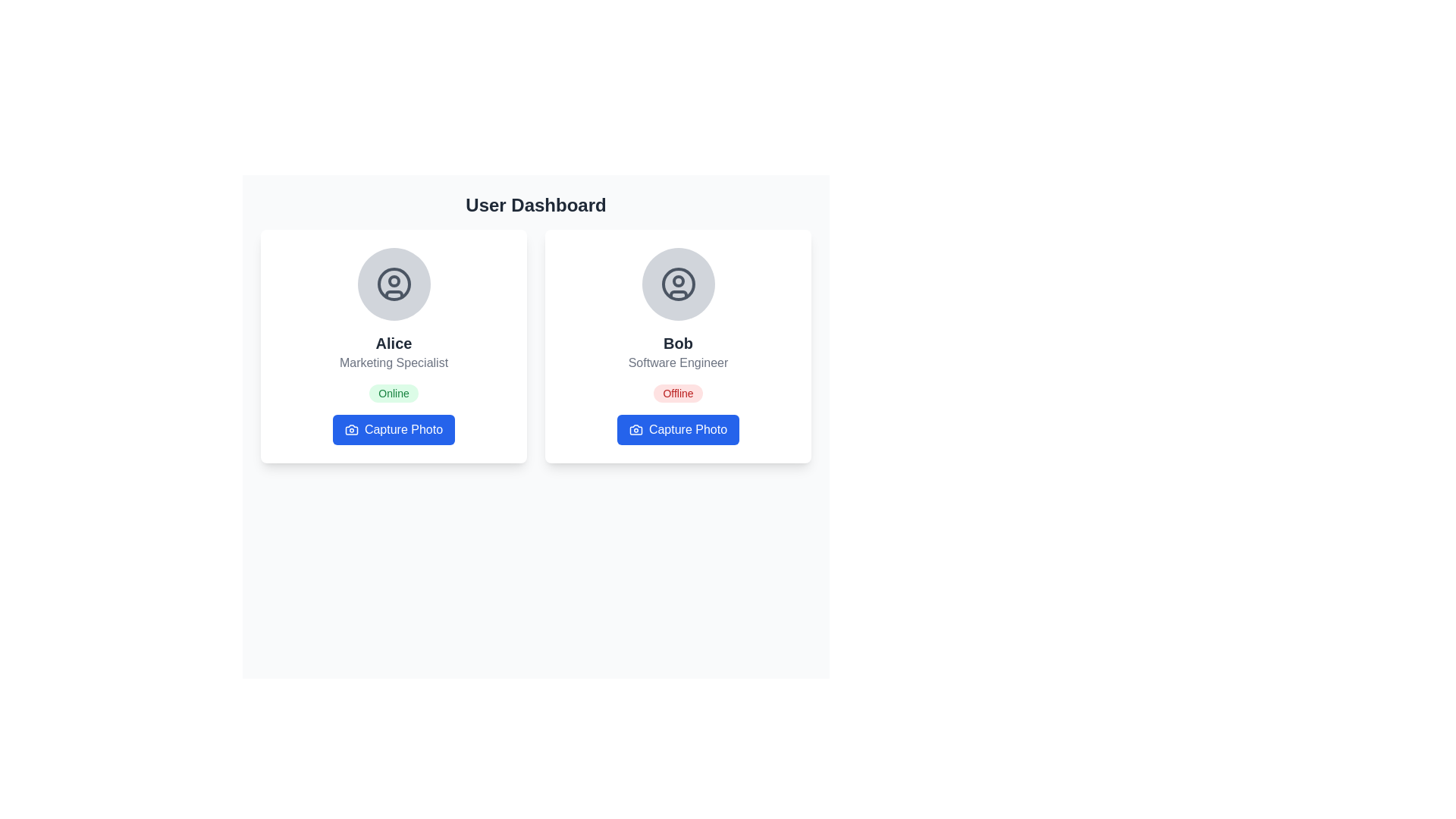 The image size is (1456, 819). What do you see at coordinates (394, 362) in the screenshot?
I see `the static text label displaying 'Marketing Specialist', which is located below the name 'Alice' and above the green badge with 'Online'` at bounding box center [394, 362].